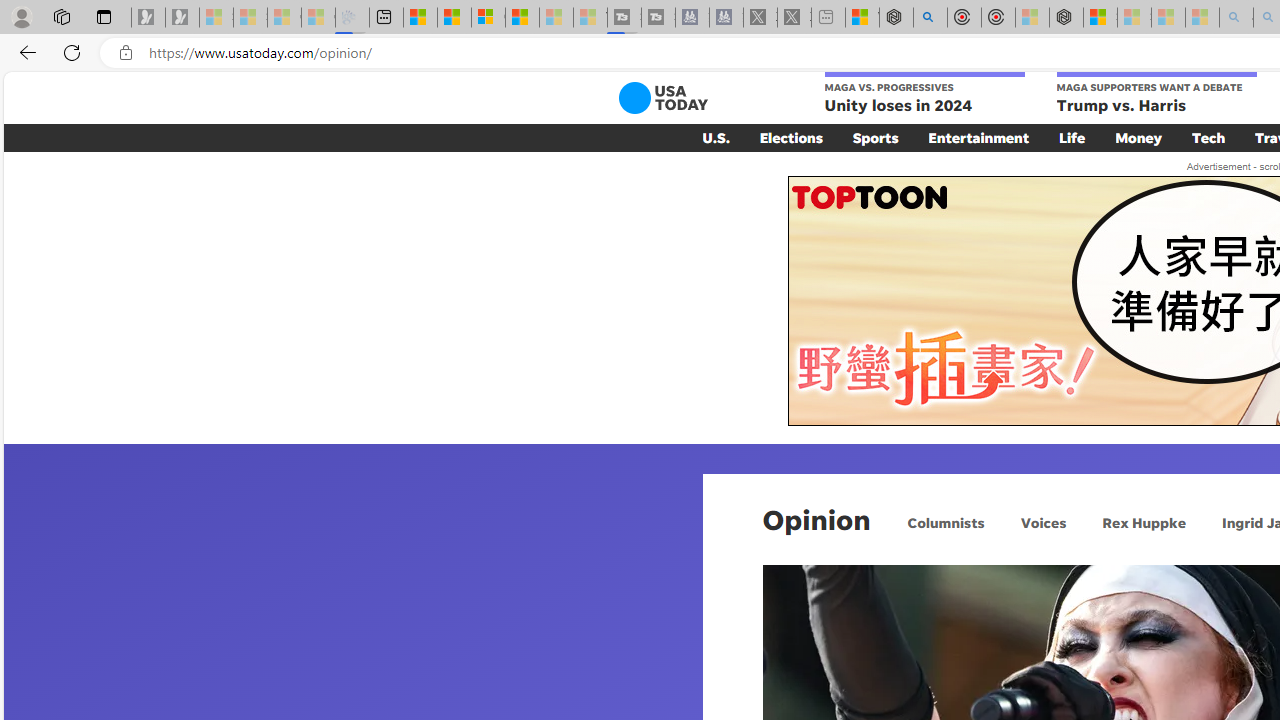 The height and width of the screenshot is (720, 1280). Describe the element at coordinates (1065, 17) in the screenshot. I see `'Nordace - Nordace Siena Is Not An Ordinary Backpack'` at that location.